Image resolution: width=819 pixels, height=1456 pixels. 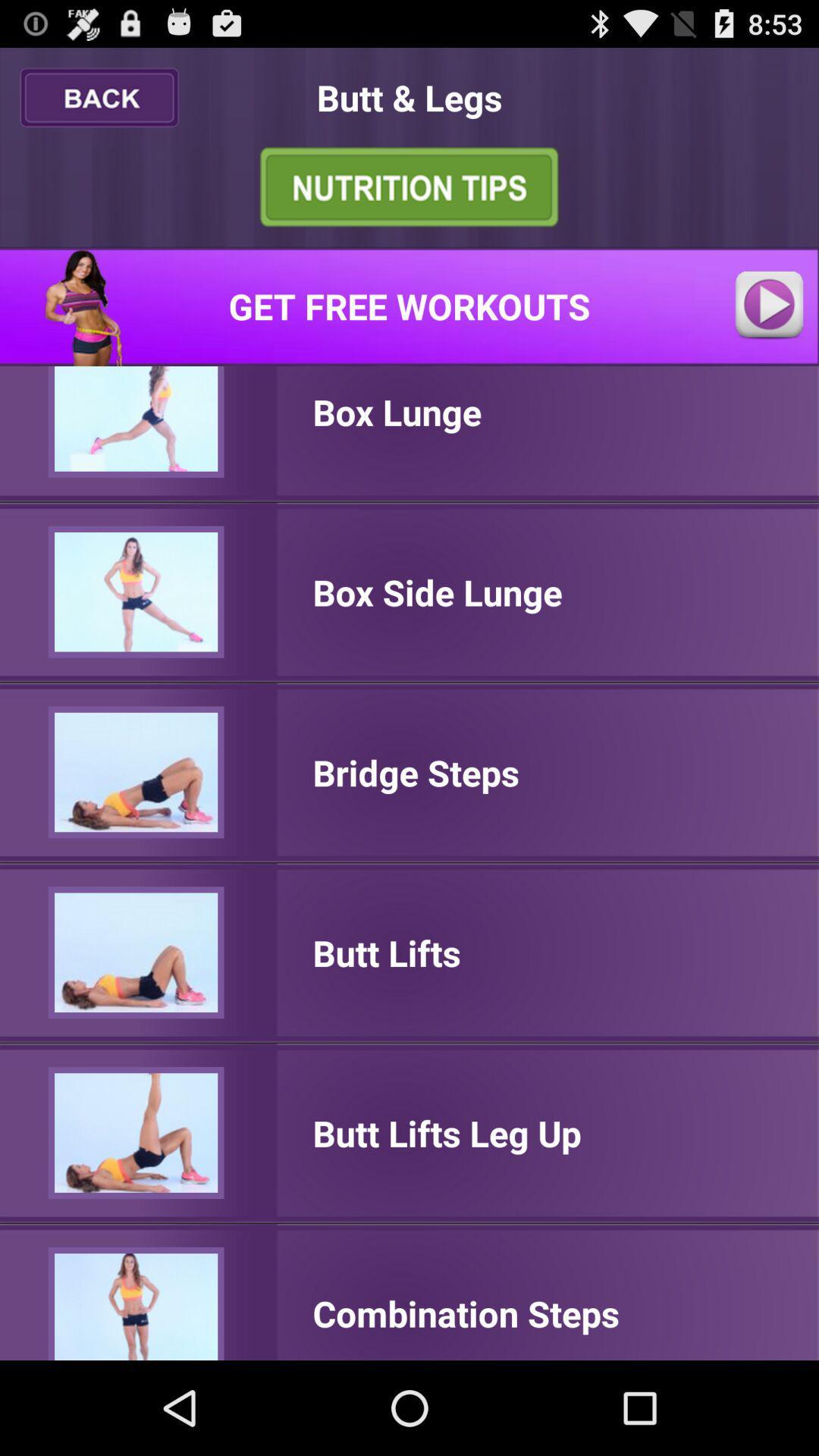 I want to click on icon above butt lifts icon, so click(x=416, y=772).